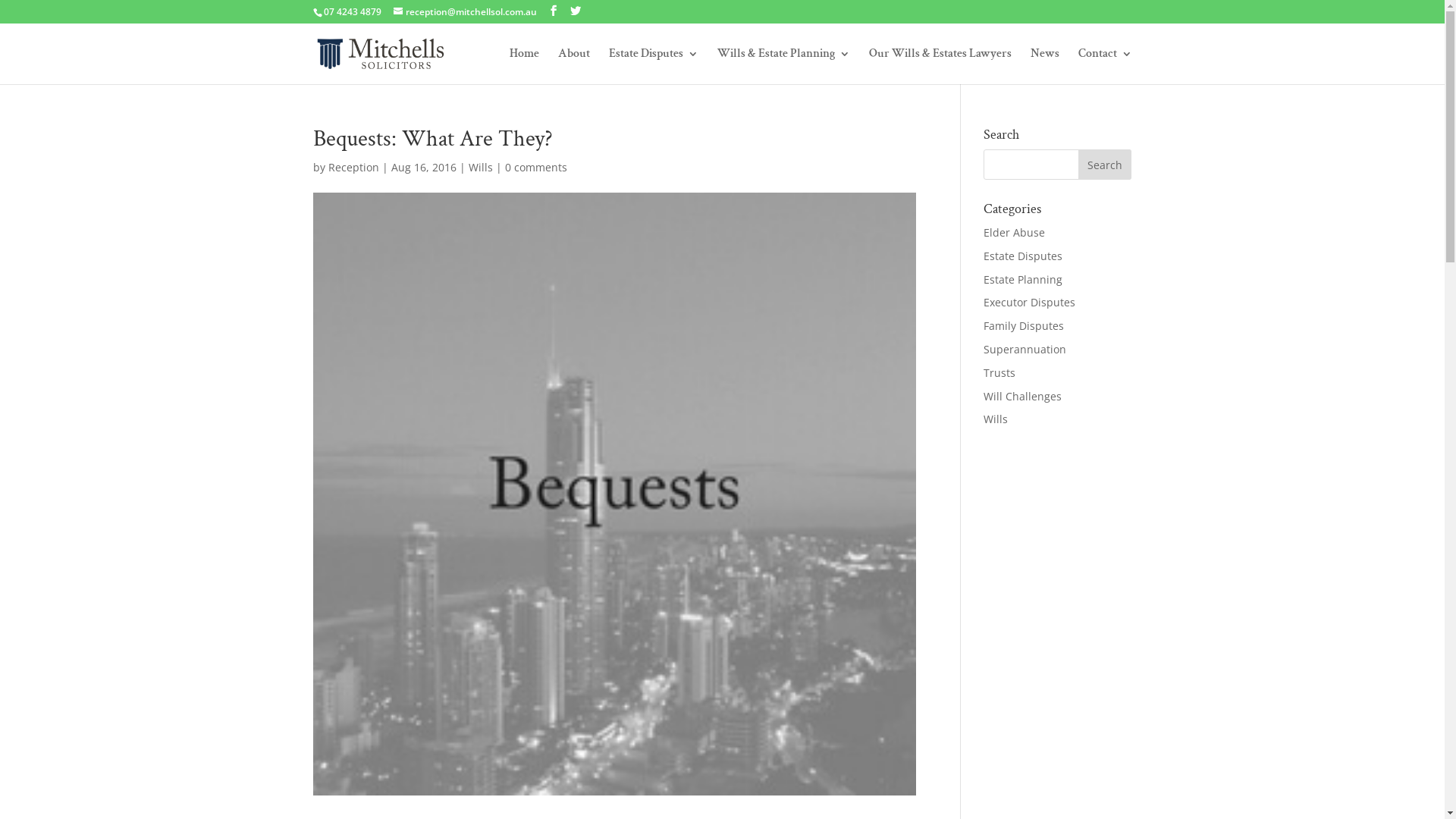 The height and width of the screenshot is (819, 1456). I want to click on 'Family Disputes', so click(983, 325).